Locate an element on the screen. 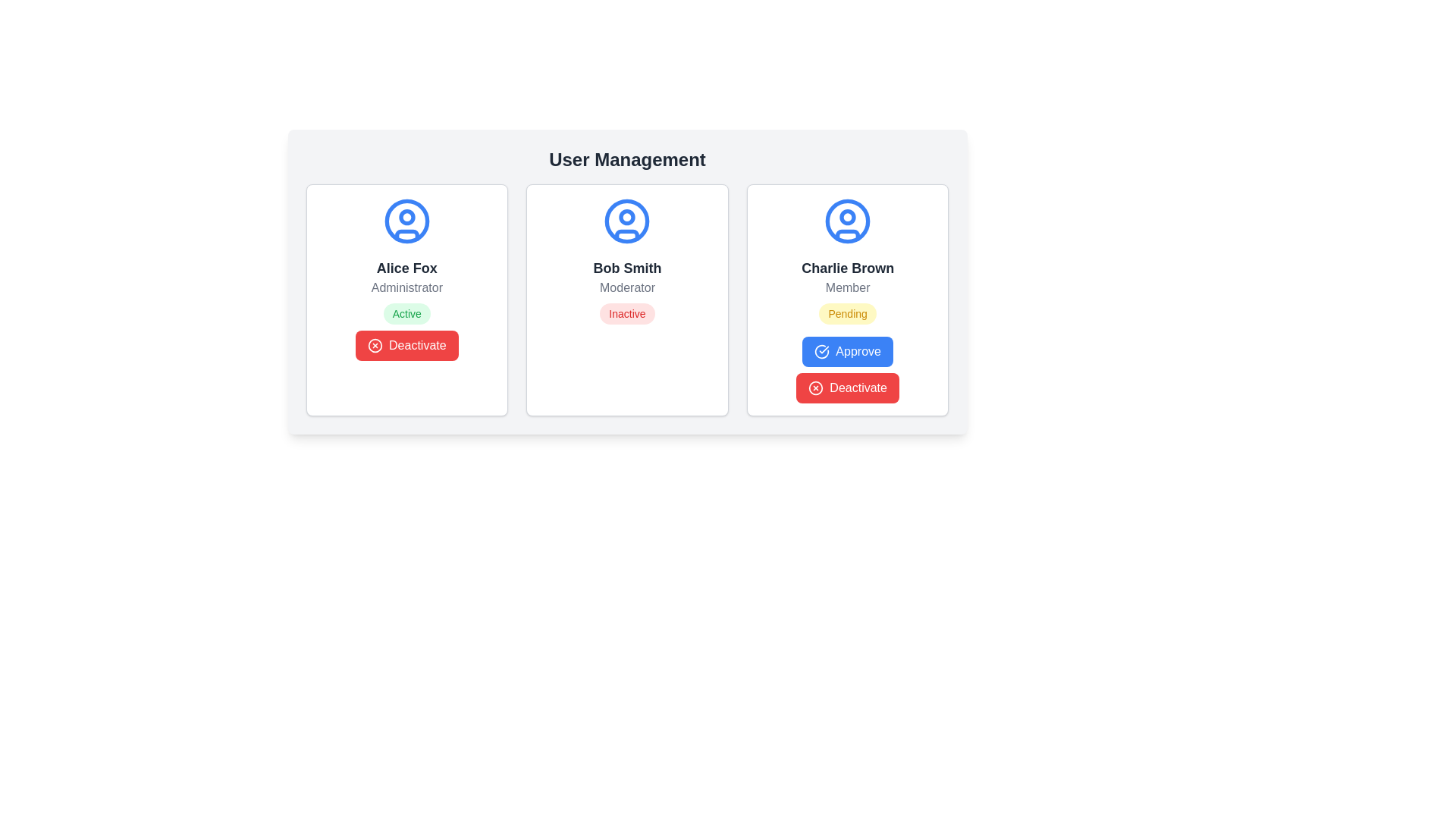 This screenshot has width=1456, height=819. the SVG Circle that visually enhances the 'Deactivate' functionality of the button labeled 'Deactivate' for 'Alice Fox' is located at coordinates (375, 345).